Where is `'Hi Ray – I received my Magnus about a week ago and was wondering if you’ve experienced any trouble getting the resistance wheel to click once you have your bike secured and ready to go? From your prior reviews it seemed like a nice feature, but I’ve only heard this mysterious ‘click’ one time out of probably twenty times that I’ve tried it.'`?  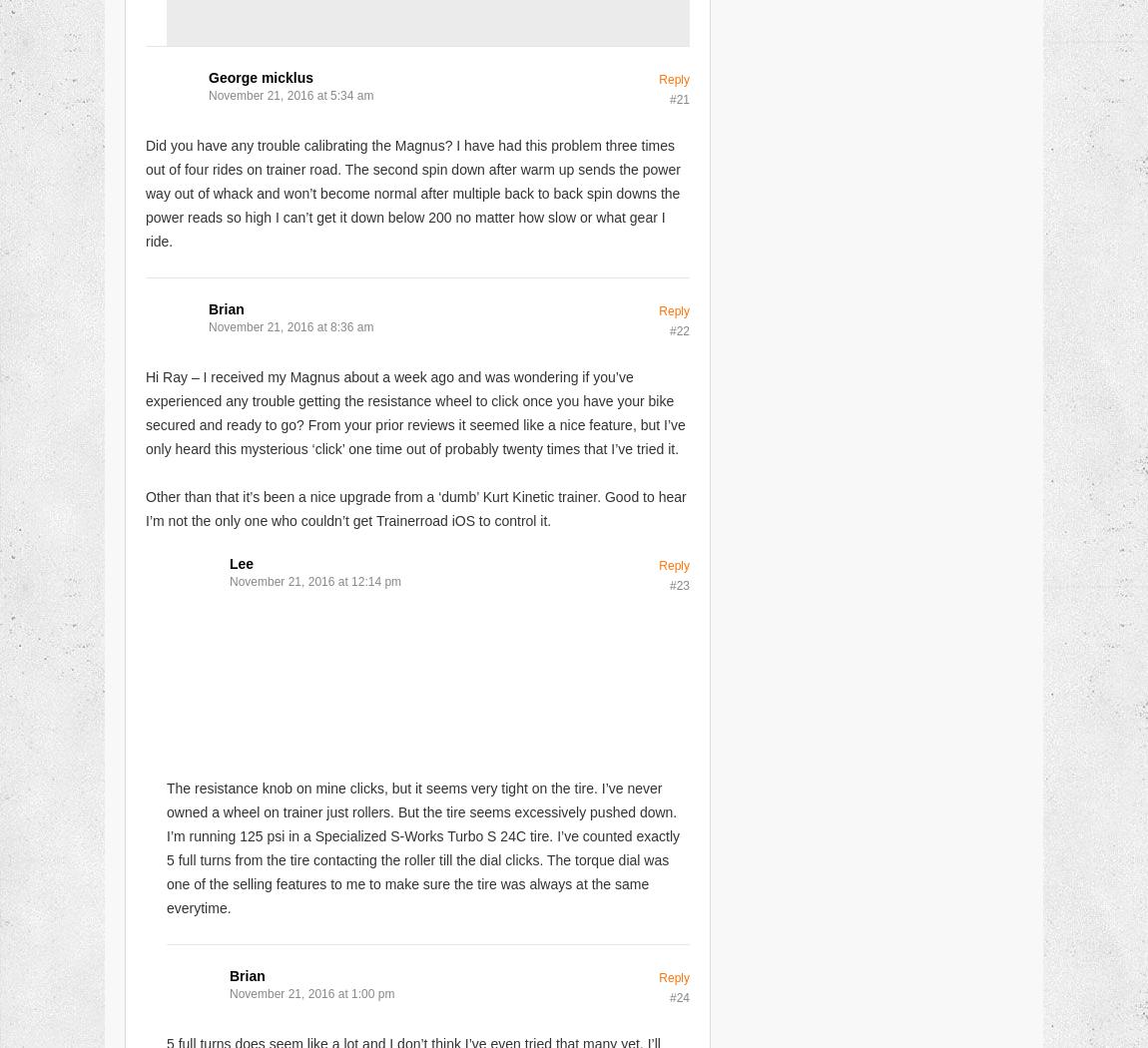
'Hi Ray – I received my Magnus about a week ago and was wondering if you’ve experienced any trouble getting the resistance wheel to click once you have your bike secured and ready to go? From your prior reviews it seemed like a nice feature, but I’ve only heard this mysterious ‘click’ one time out of probably twenty times that I’ve tried it.' is located at coordinates (145, 411).